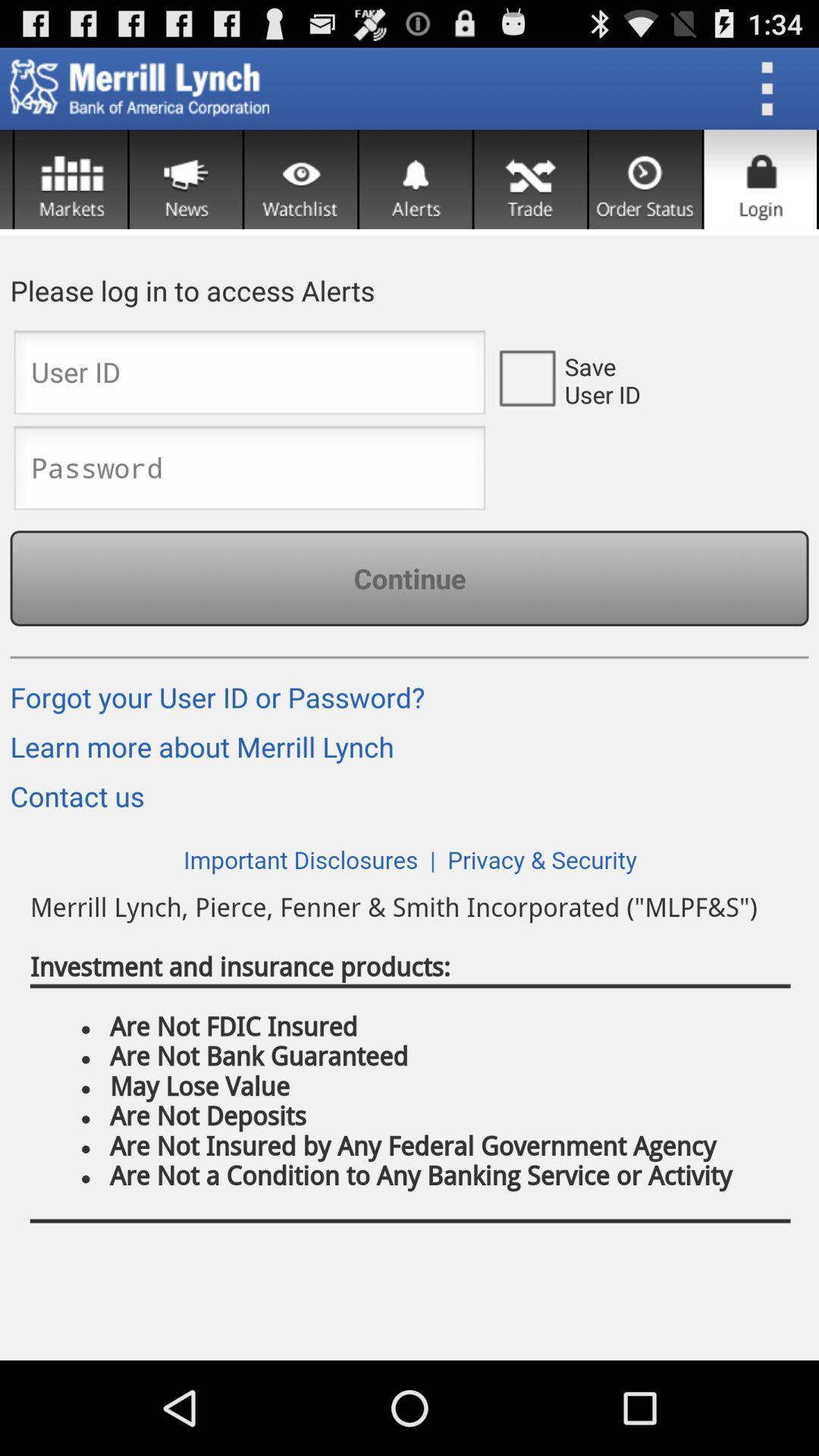 Image resolution: width=819 pixels, height=1456 pixels. What do you see at coordinates (185, 179) in the screenshot?
I see `news button` at bounding box center [185, 179].